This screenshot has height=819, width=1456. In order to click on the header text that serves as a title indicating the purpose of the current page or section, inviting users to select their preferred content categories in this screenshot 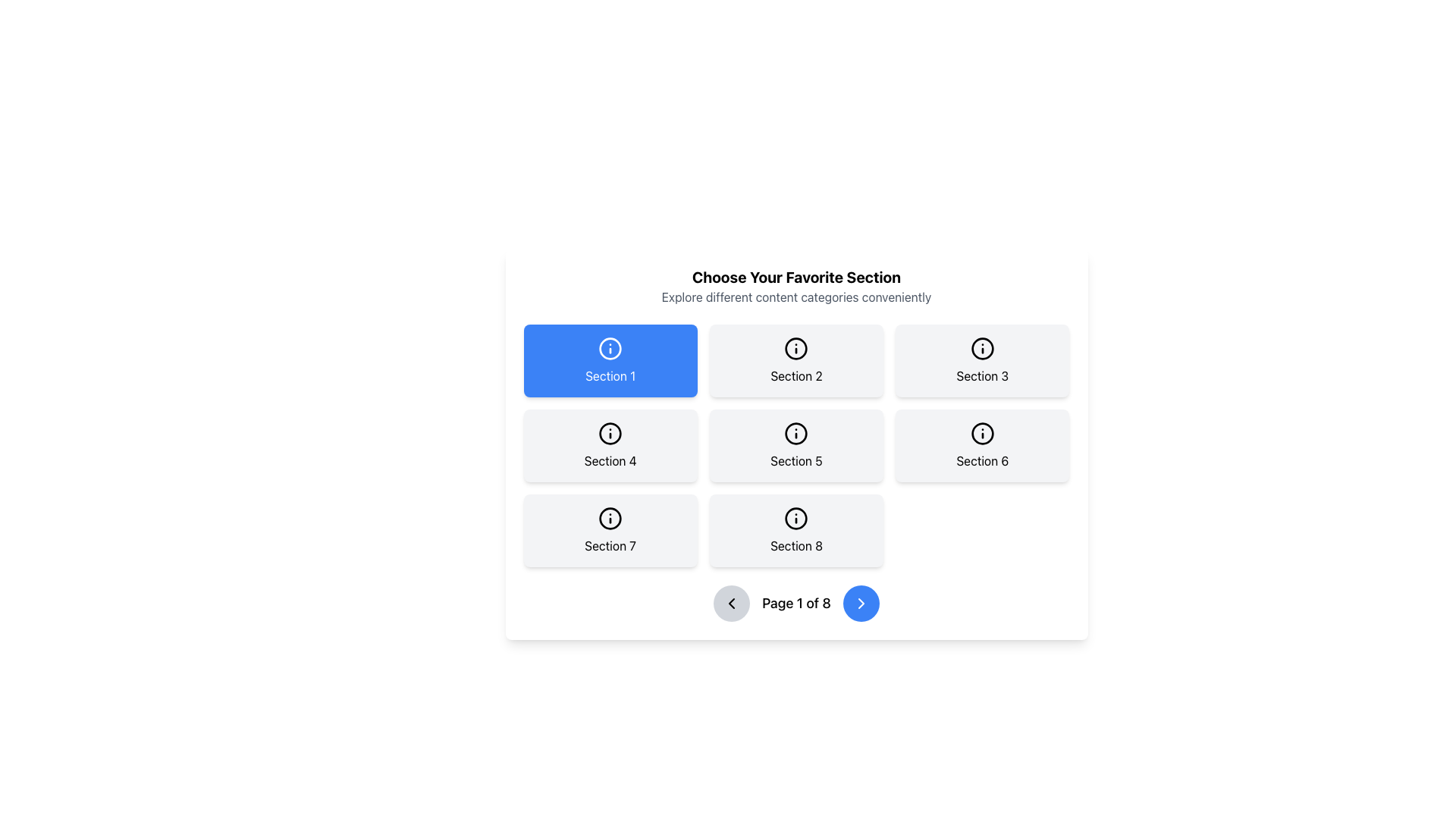, I will do `click(795, 278)`.